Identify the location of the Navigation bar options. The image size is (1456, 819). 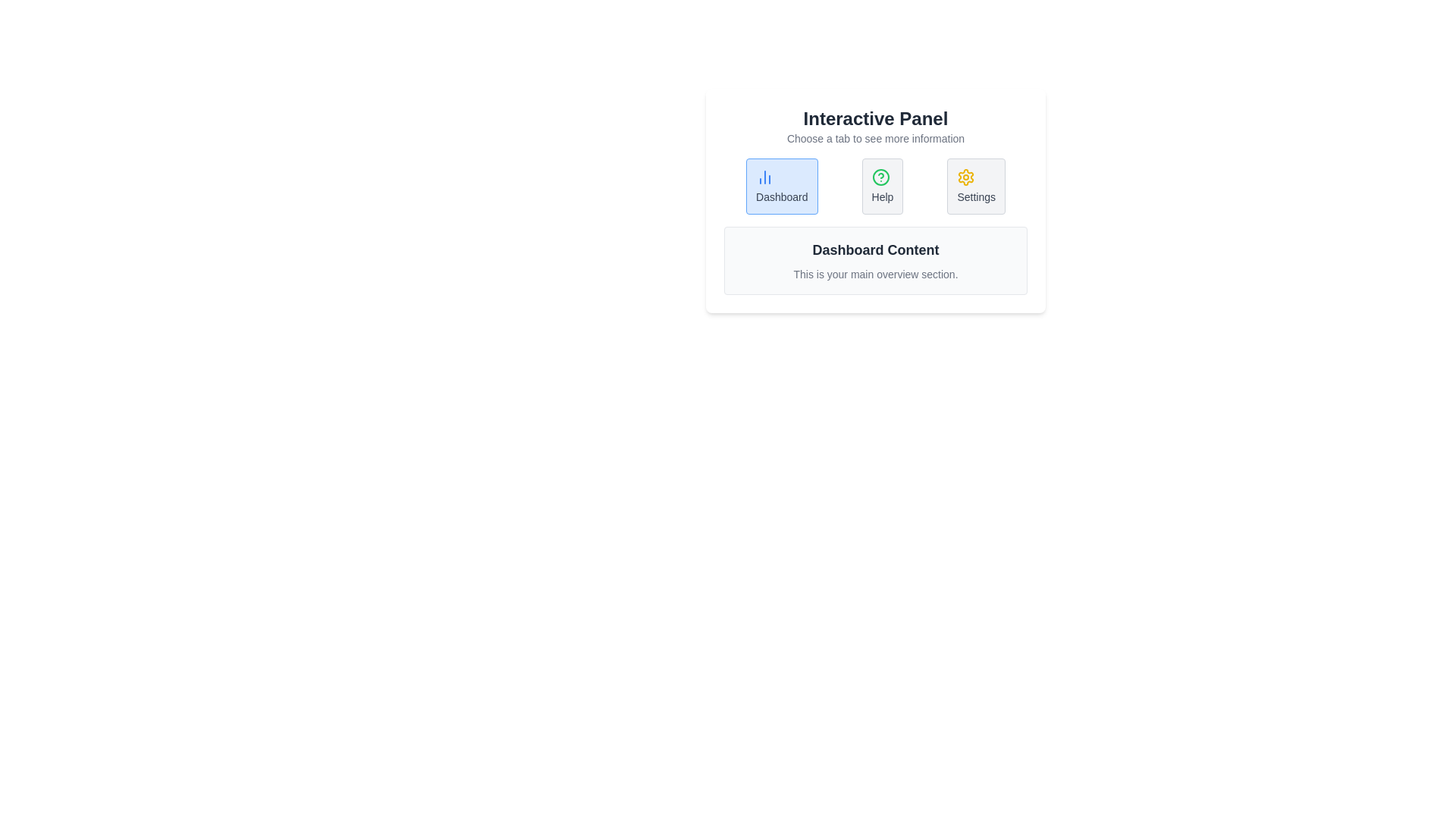
(876, 186).